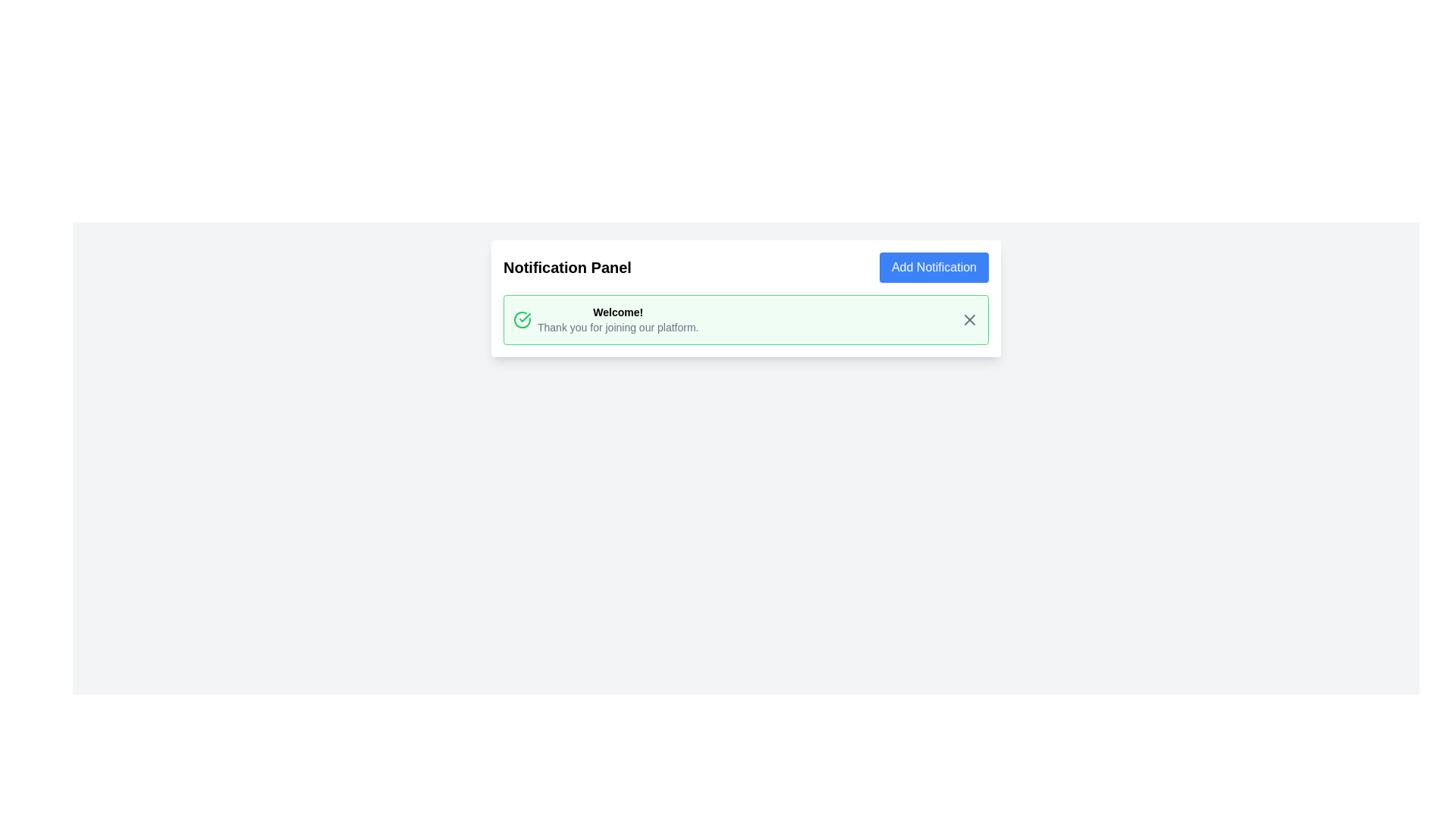  Describe the element at coordinates (618, 312) in the screenshot. I see `the bold, black text saying 'Welcome!' displayed in a light green notification card to possibly see additional styles` at that location.